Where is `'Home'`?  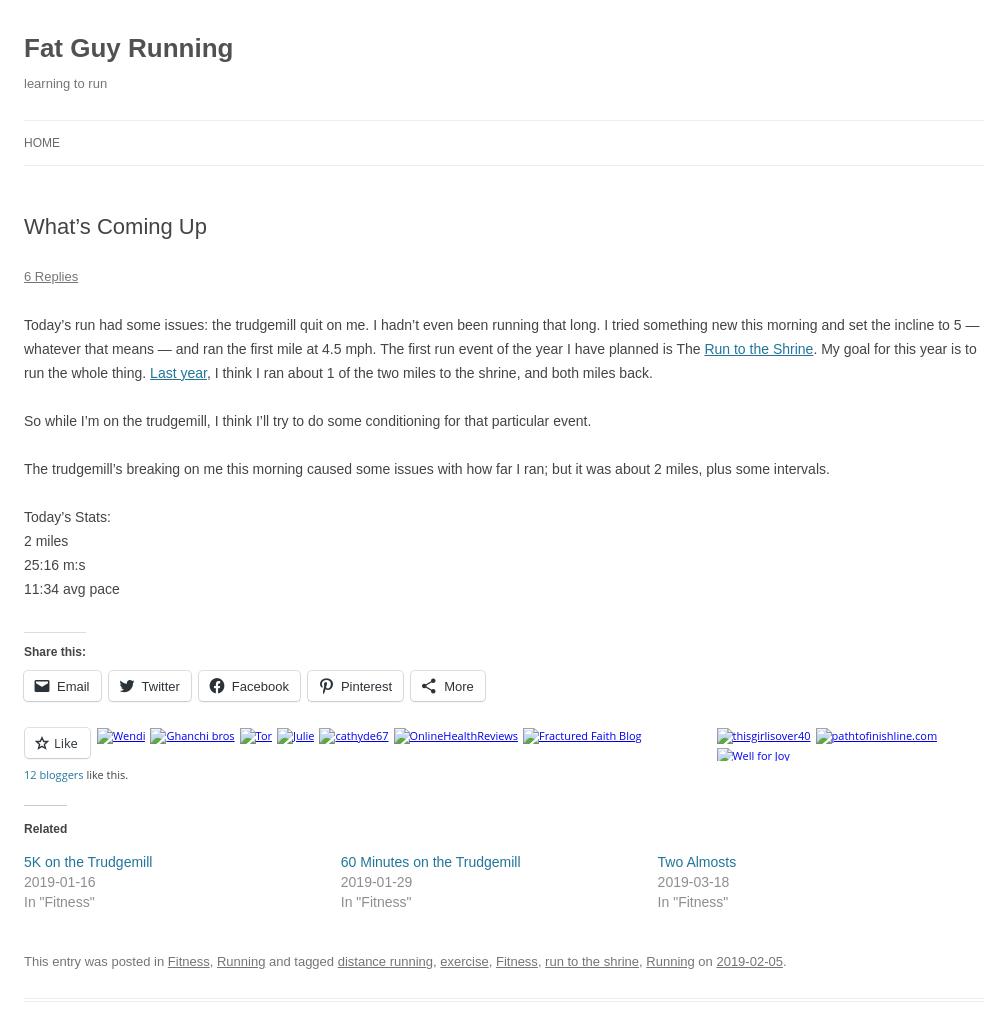 'Home' is located at coordinates (42, 142).